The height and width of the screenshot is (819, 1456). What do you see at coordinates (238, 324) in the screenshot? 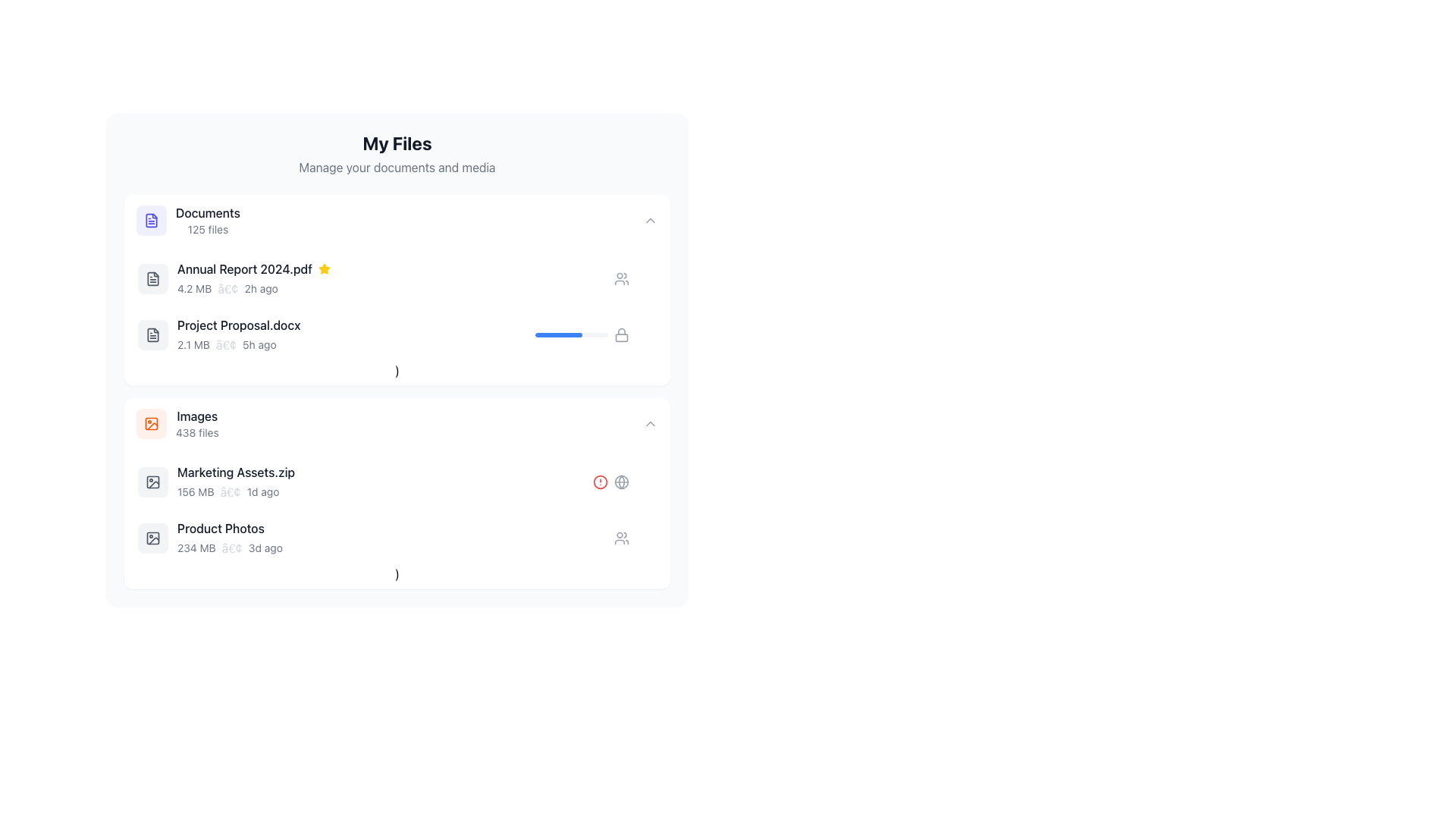
I see `the text label displaying 'Project Proposal.docx'` at bounding box center [238, 324].